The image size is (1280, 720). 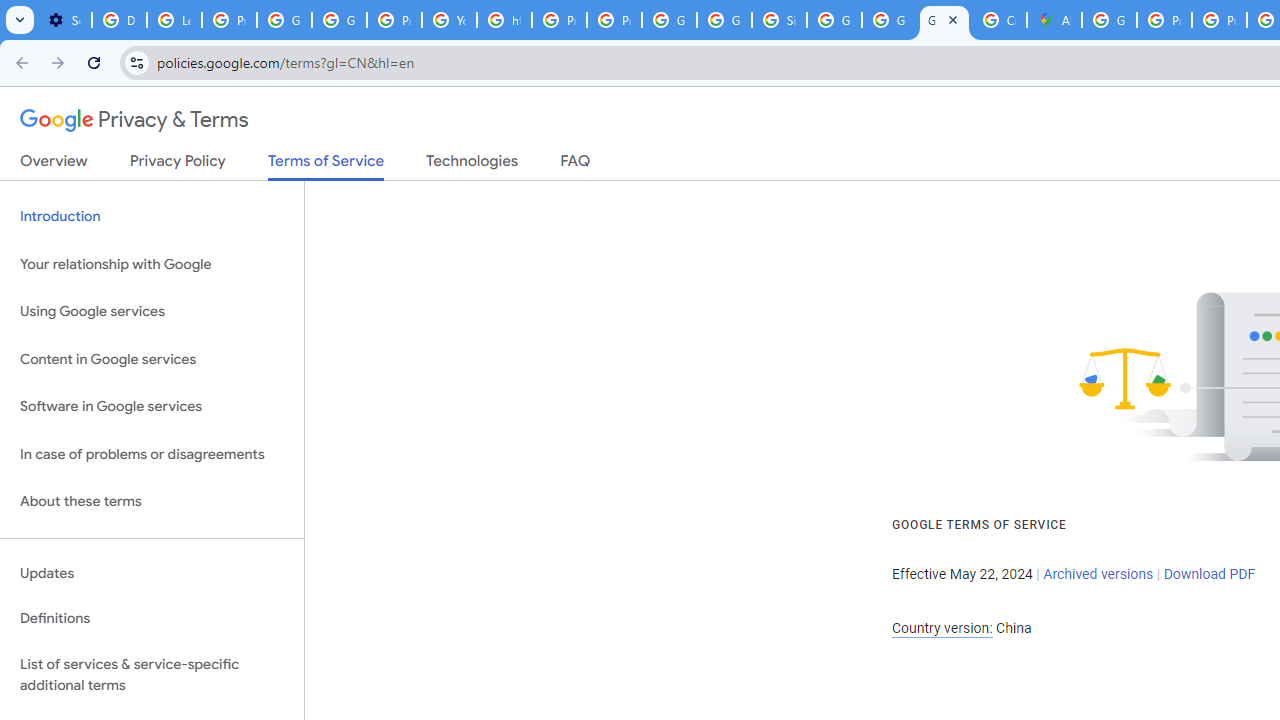 What do you see at coordinates (151, 618) in the screenshot?
I see `'Definitions'` at bounding box center [151, 618].